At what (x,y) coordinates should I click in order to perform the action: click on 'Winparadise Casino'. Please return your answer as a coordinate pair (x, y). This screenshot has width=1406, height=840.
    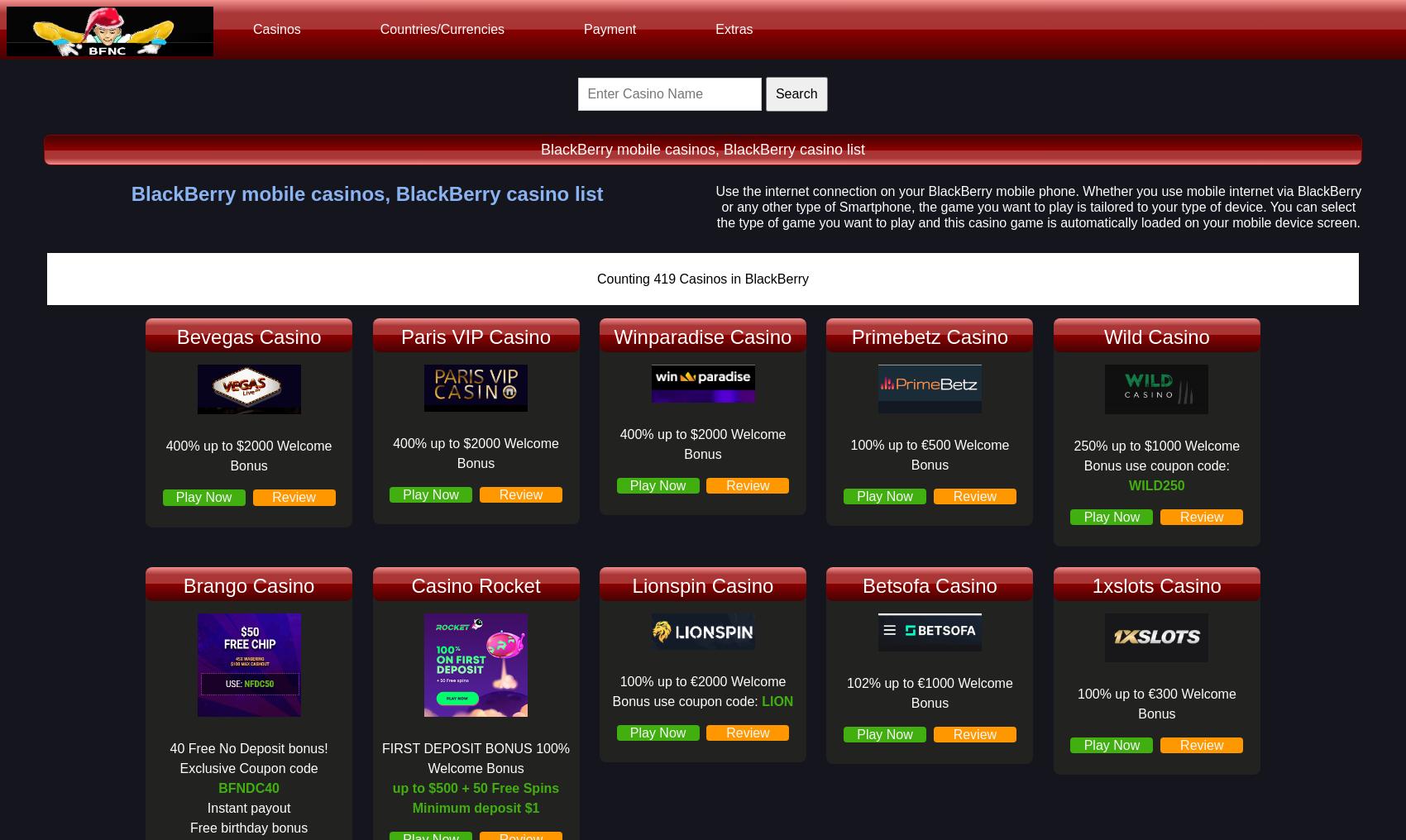
    Looking at the image, I should click on (701, 335).